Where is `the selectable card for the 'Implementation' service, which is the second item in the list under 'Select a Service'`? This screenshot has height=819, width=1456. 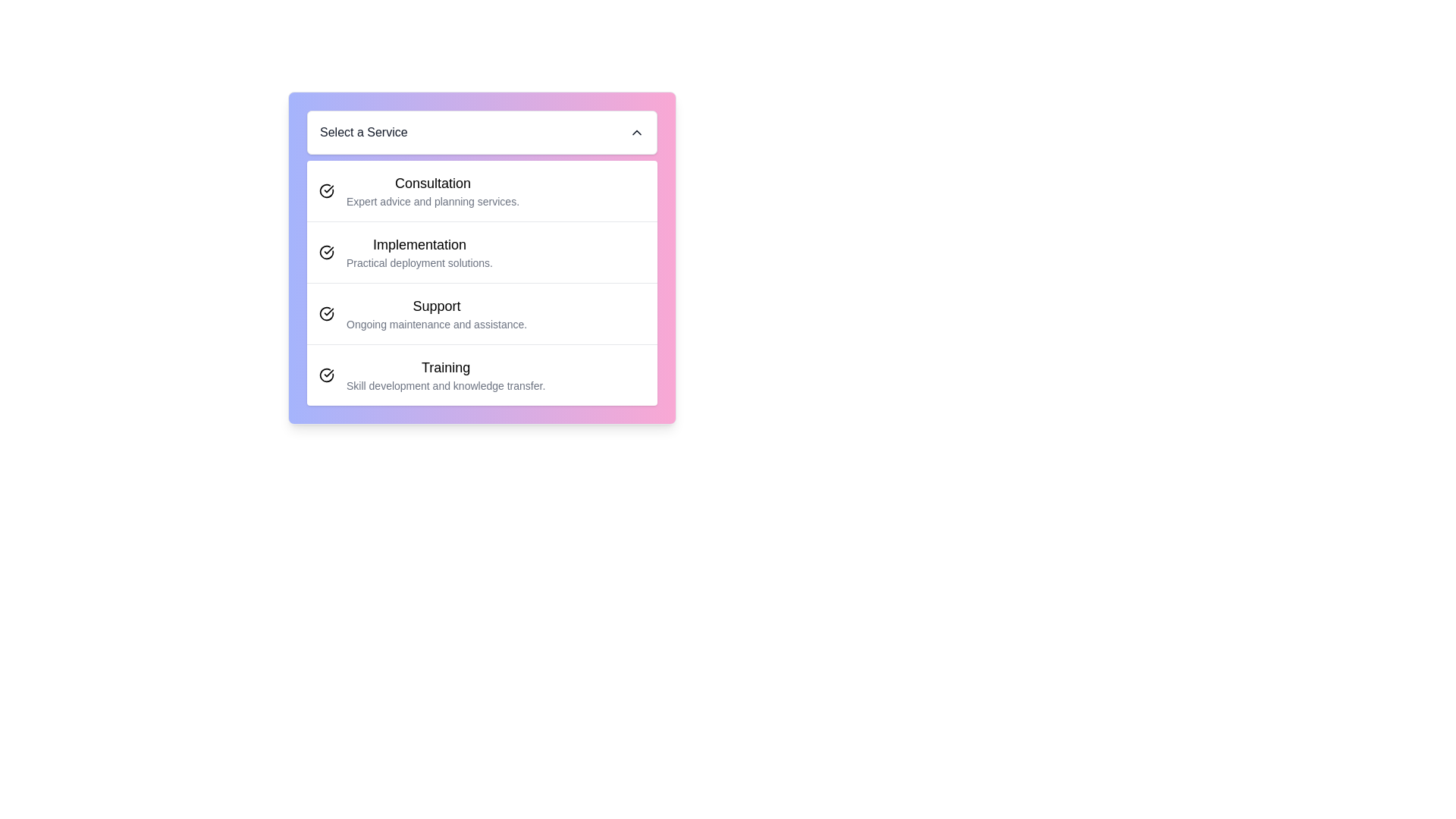
the selectable card for the 'Implementation' service, which is the second item in the list under 'Select a Service' is located at coordinates (481, 257).